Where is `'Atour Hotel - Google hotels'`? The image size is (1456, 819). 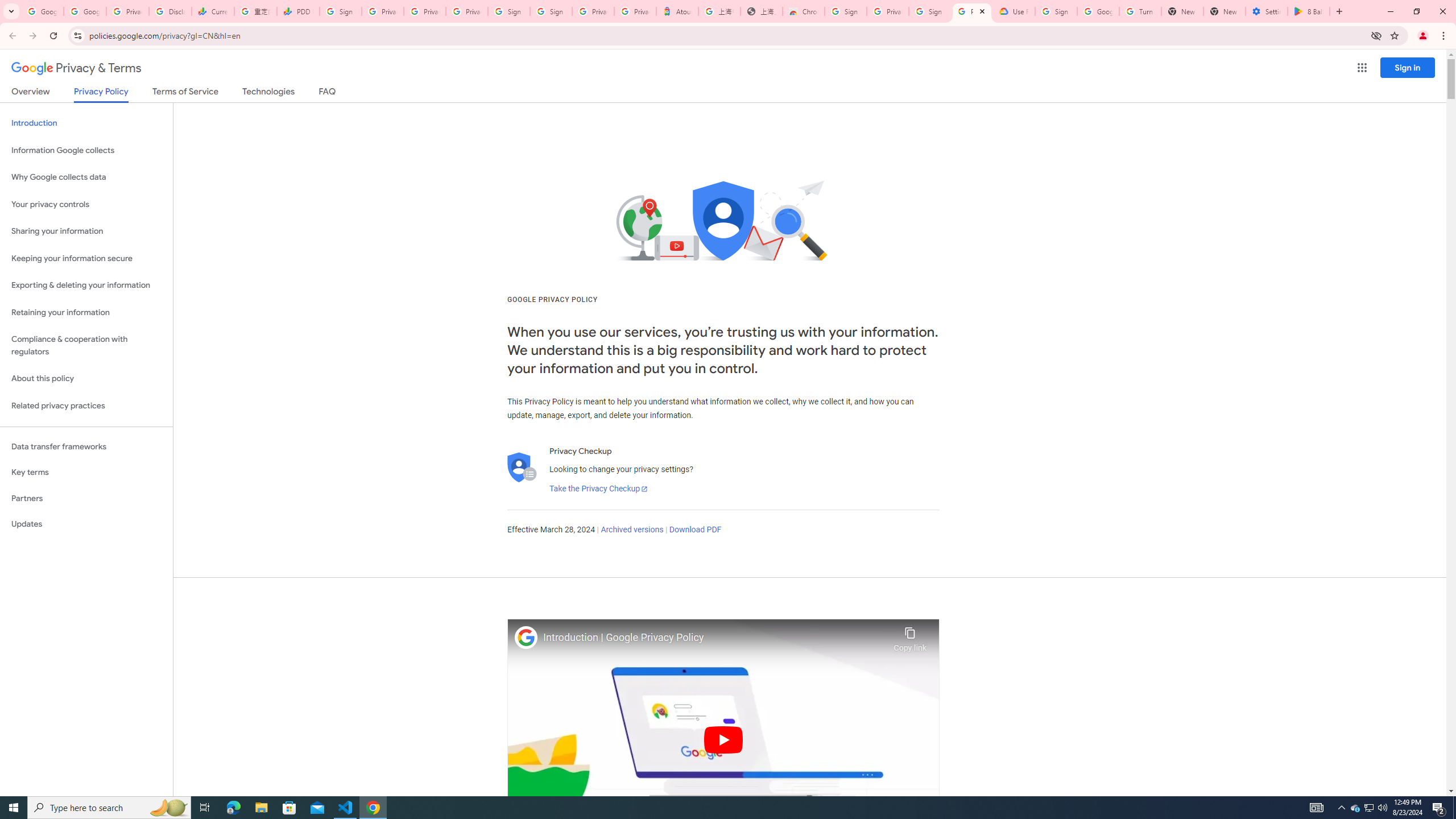
'Atour Hotel - Google hotels' is located at coordinates (677, 11).